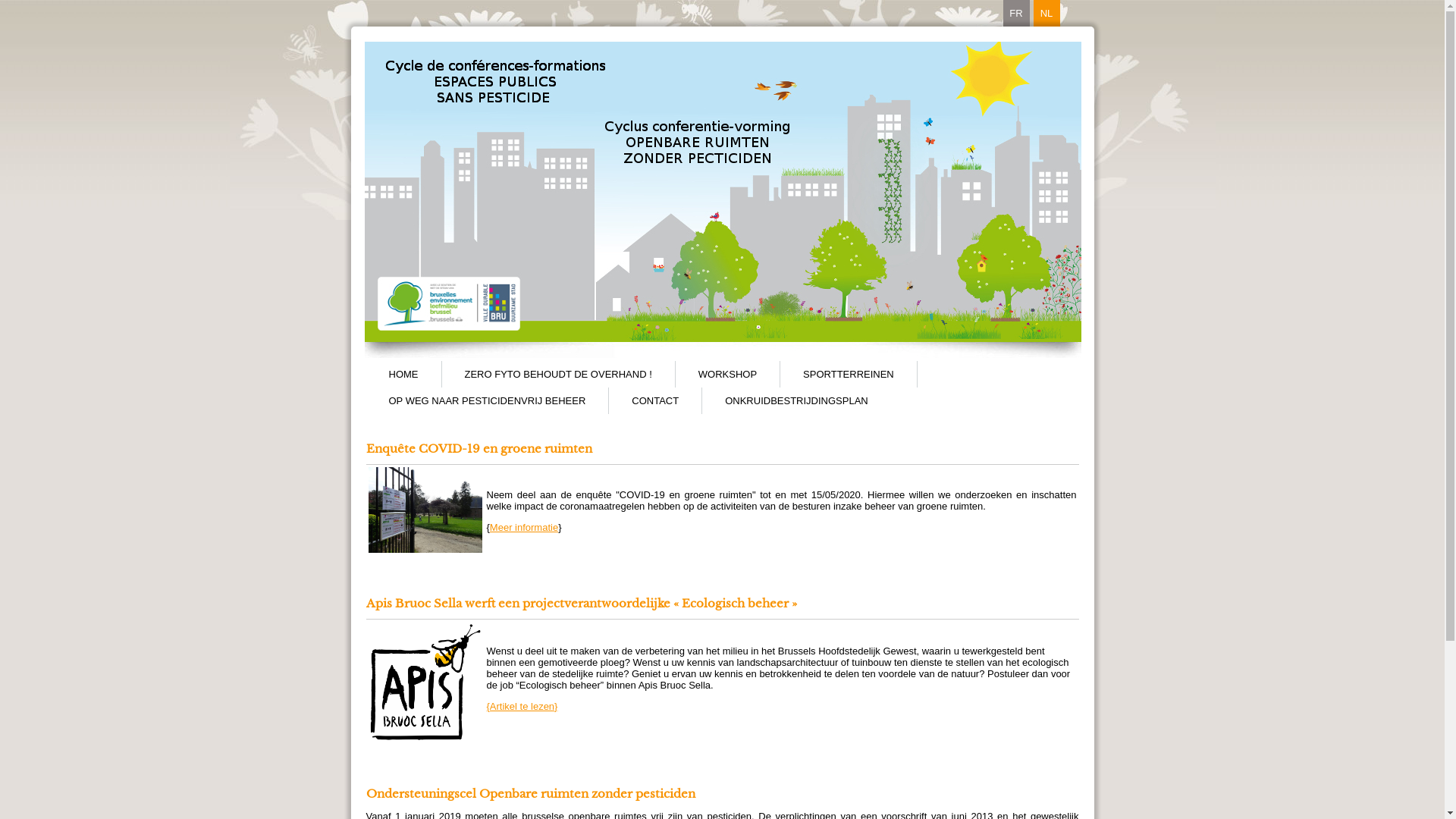  I want to click on 'ONKRUIDBESTRIJDINGSPLAN', so click(795, 400).